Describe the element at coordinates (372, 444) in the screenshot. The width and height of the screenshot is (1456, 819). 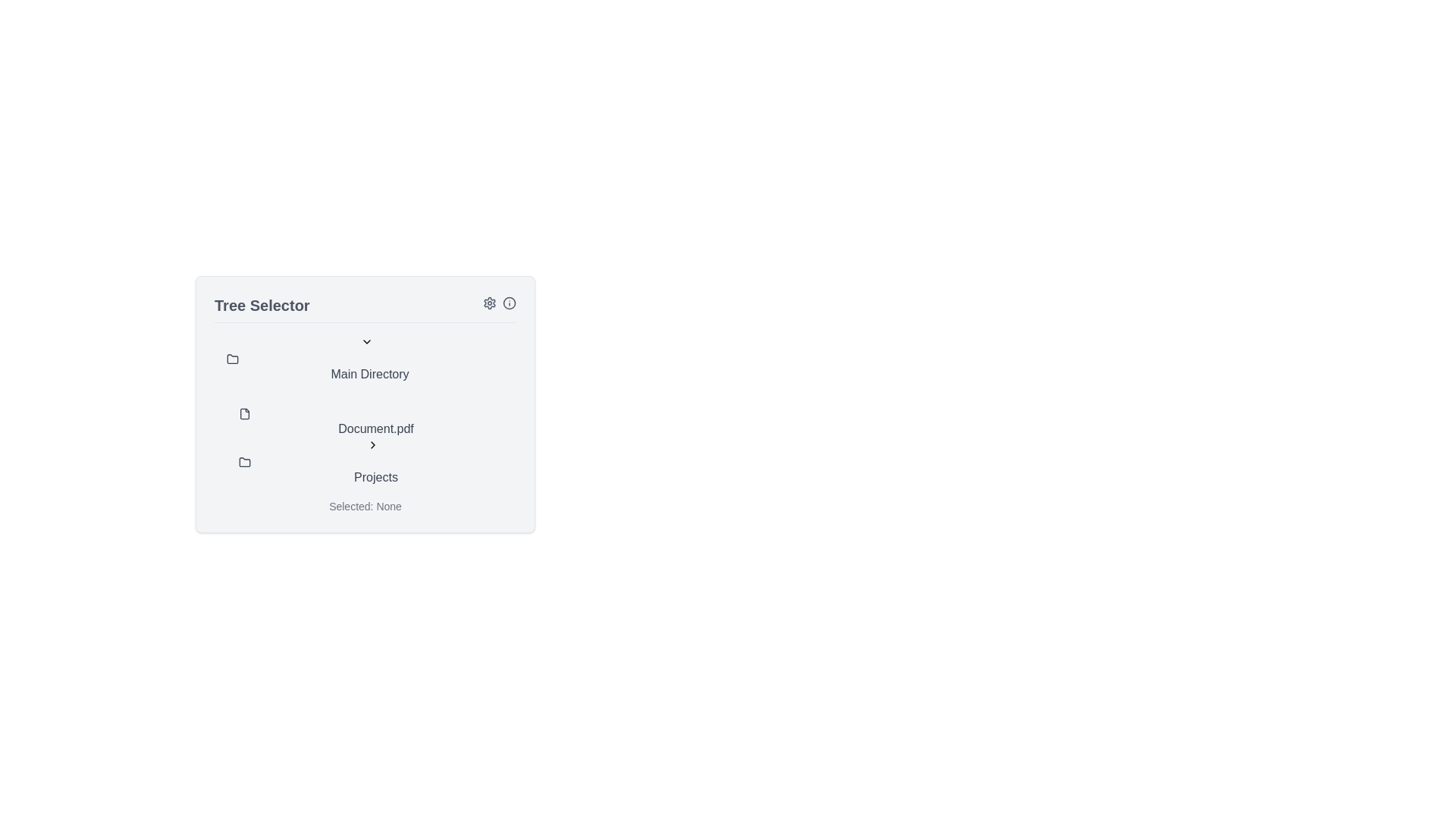
I see `the small right arrow button located to the left of the 'Projects' text in the 'Tree Selector' component` at that location.